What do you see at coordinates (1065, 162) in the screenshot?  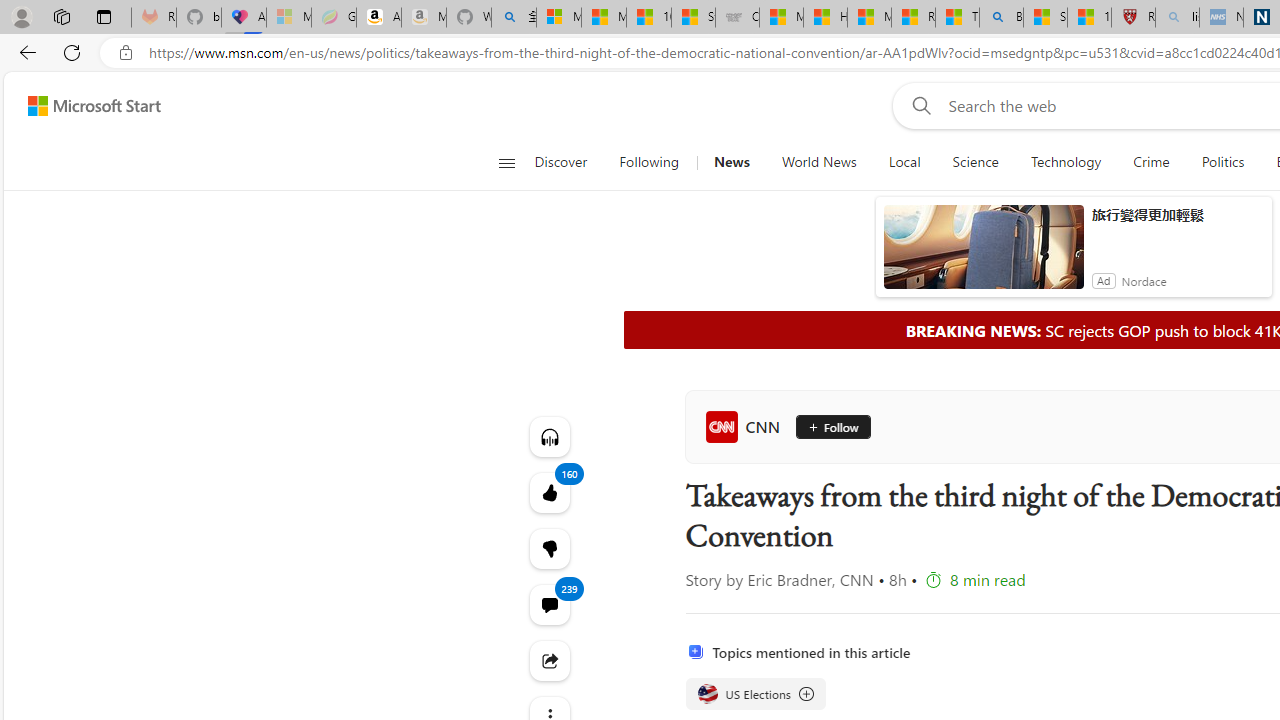 I see `'Technology'` at bounding box center [1065, 162].